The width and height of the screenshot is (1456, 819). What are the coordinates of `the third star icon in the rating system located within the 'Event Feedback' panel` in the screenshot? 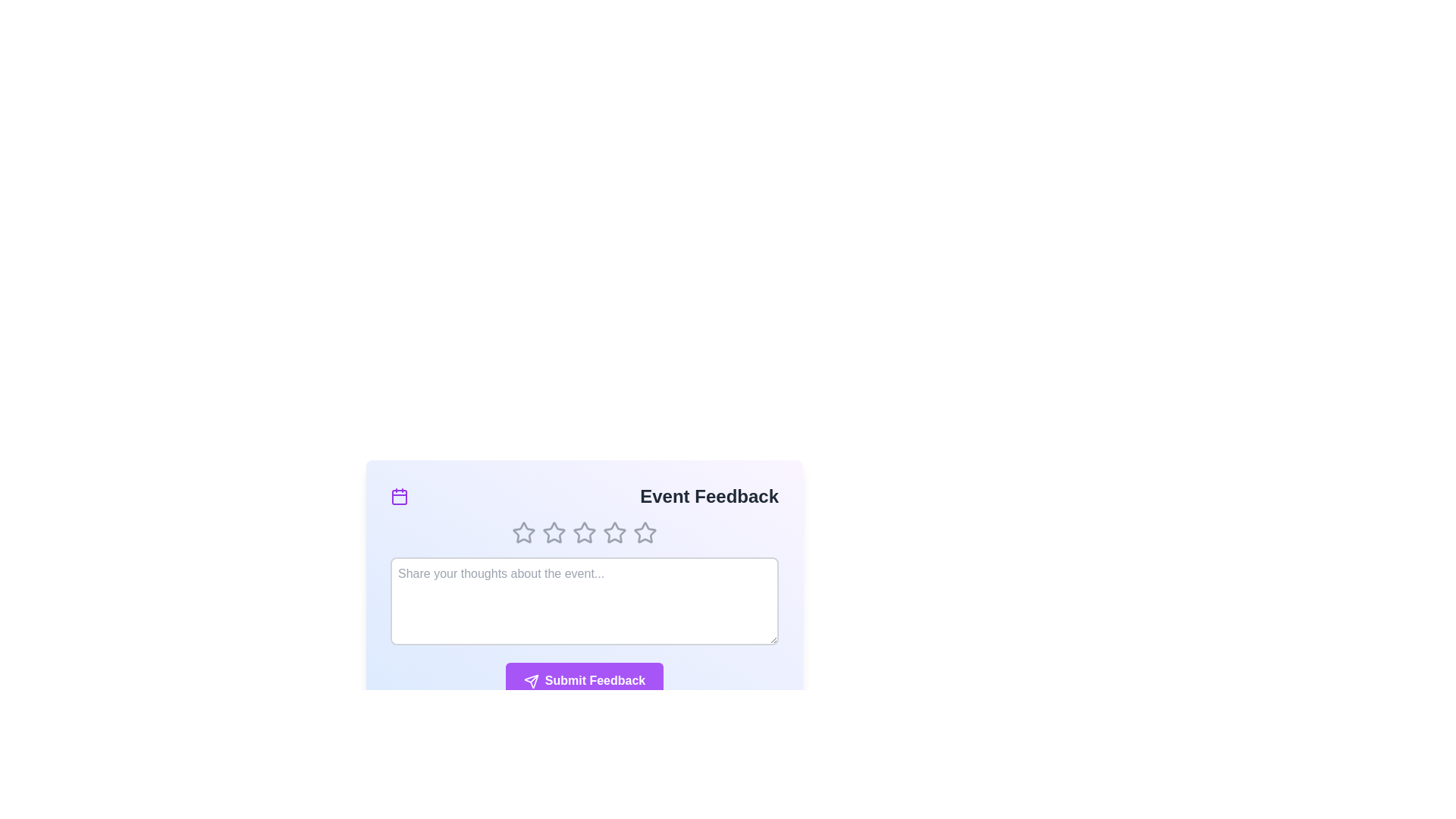 It's located at (584, 532).